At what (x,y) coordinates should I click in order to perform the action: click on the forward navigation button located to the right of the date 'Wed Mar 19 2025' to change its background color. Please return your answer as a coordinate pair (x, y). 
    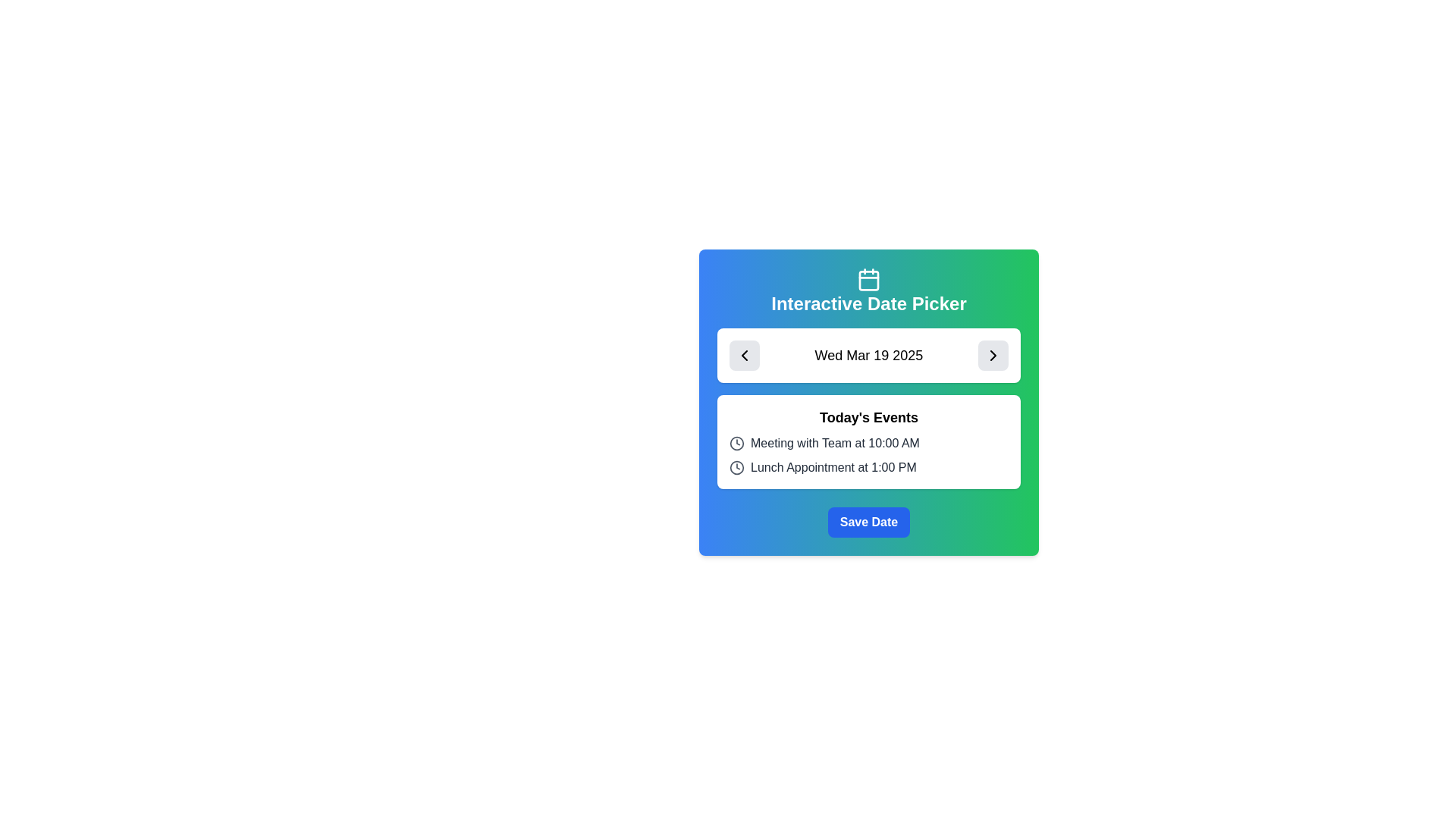
    Looking at the image, I should click on (993, 356).